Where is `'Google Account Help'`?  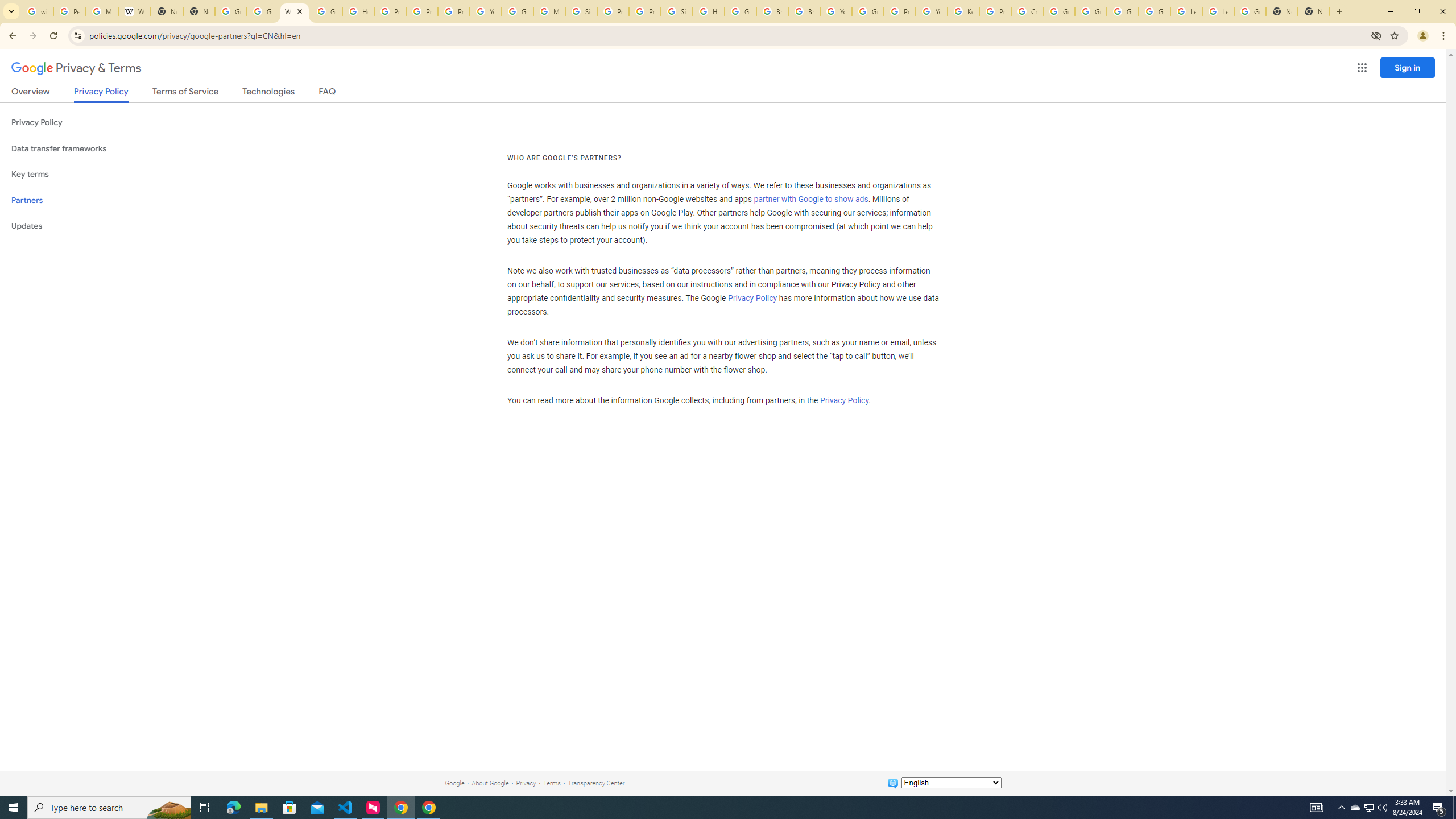 'Google Account Help' is located at coordinates (1123, 11).